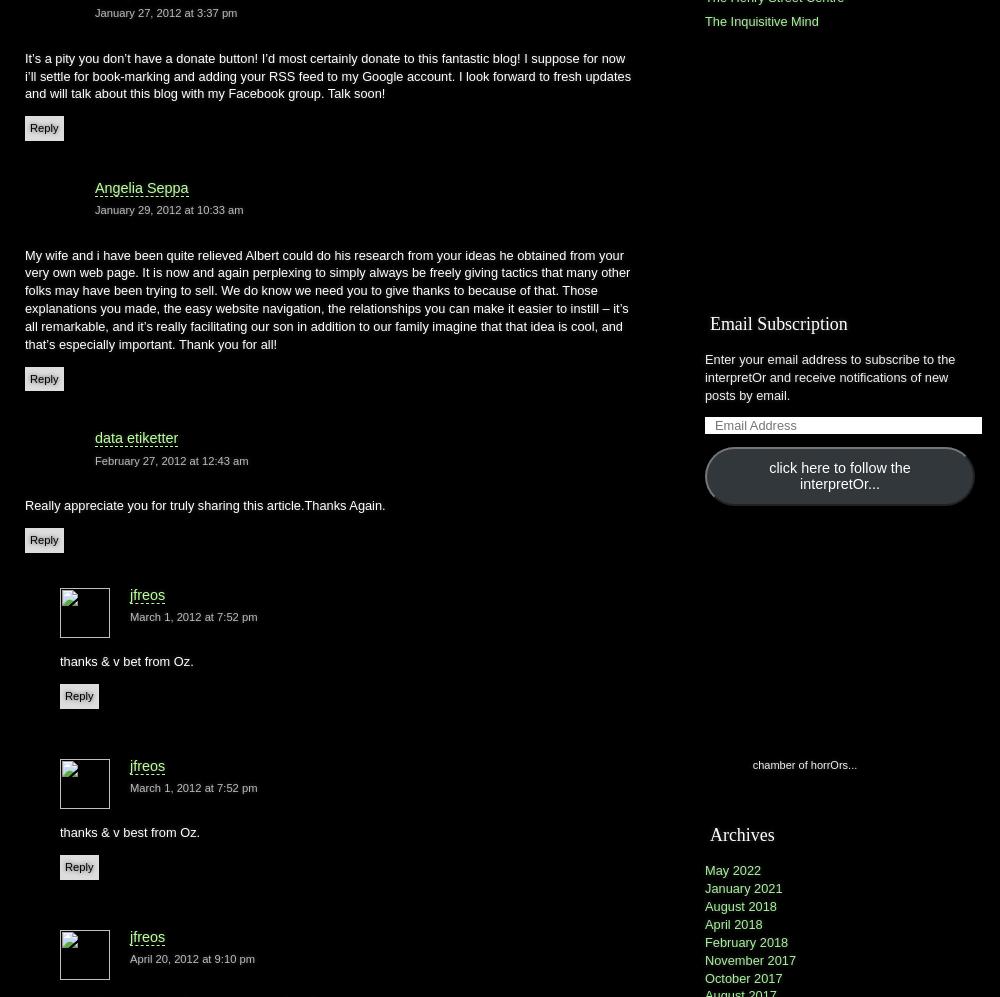 This screenshot has height=997, width=1000. Describe the element at coordinates (829, 376) in the screenshot. I see `'Enter your email address to subscribe to the interpretOr and receive notifications of new posts by email.'` at that location.